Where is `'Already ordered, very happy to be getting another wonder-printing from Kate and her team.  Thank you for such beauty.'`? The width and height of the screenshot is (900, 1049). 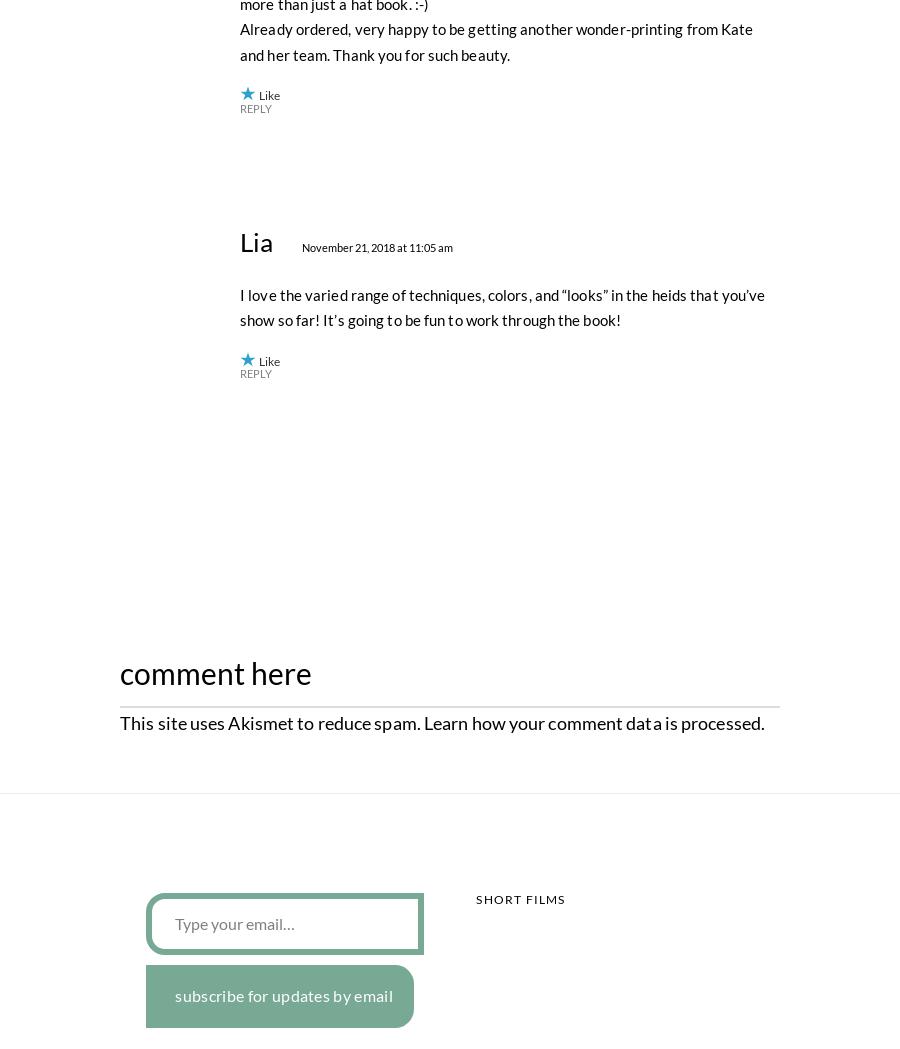 'Already ordered, very happy to be getting another wonder-printing from Kate and her team.  Thank you for such beauty.' is located at coordinates (495, 480).